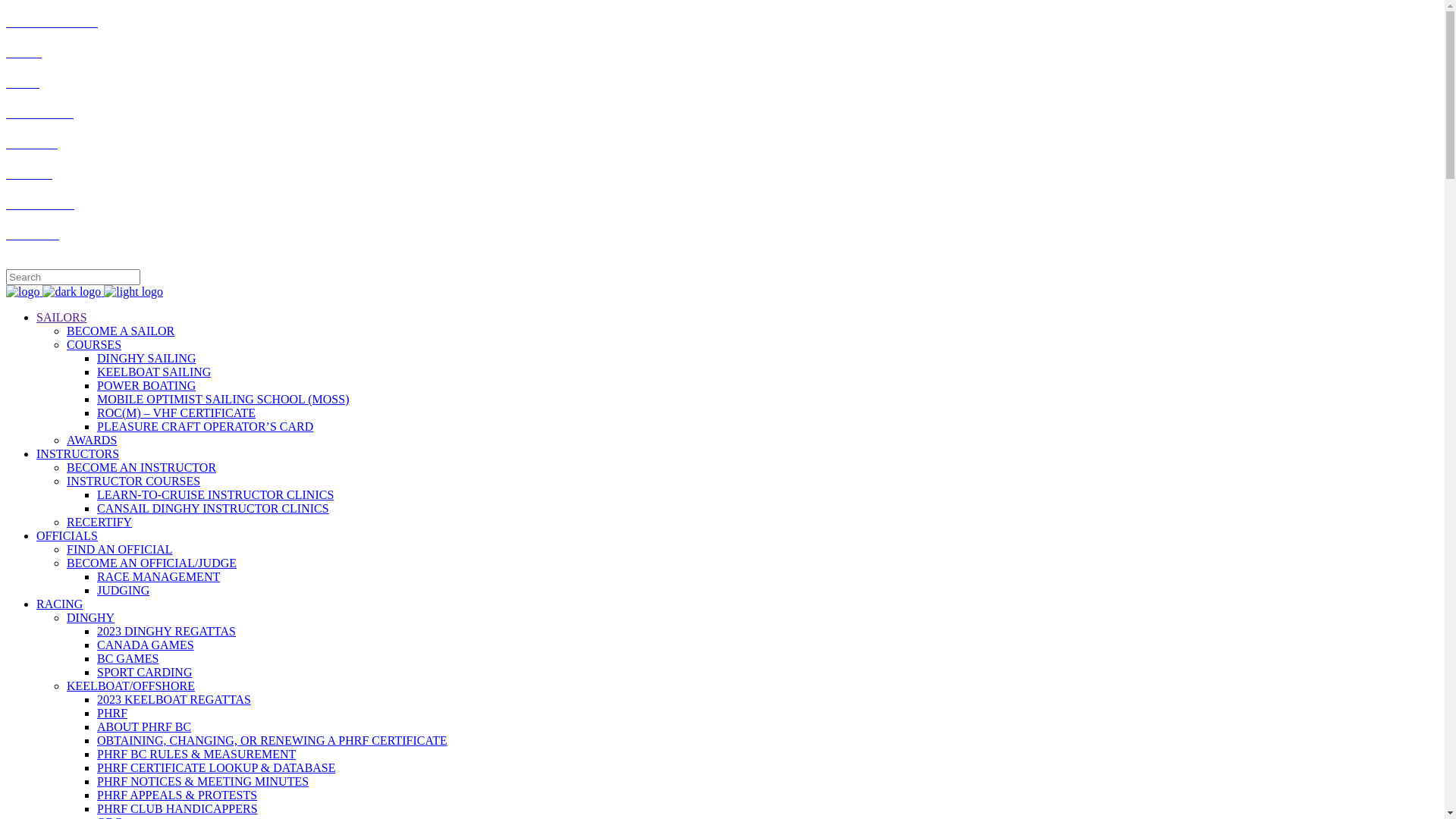 Image resolution: width=1456 pixels, height=819 pixels. I want to click on 'OFFICIALS', so click(66, 535).